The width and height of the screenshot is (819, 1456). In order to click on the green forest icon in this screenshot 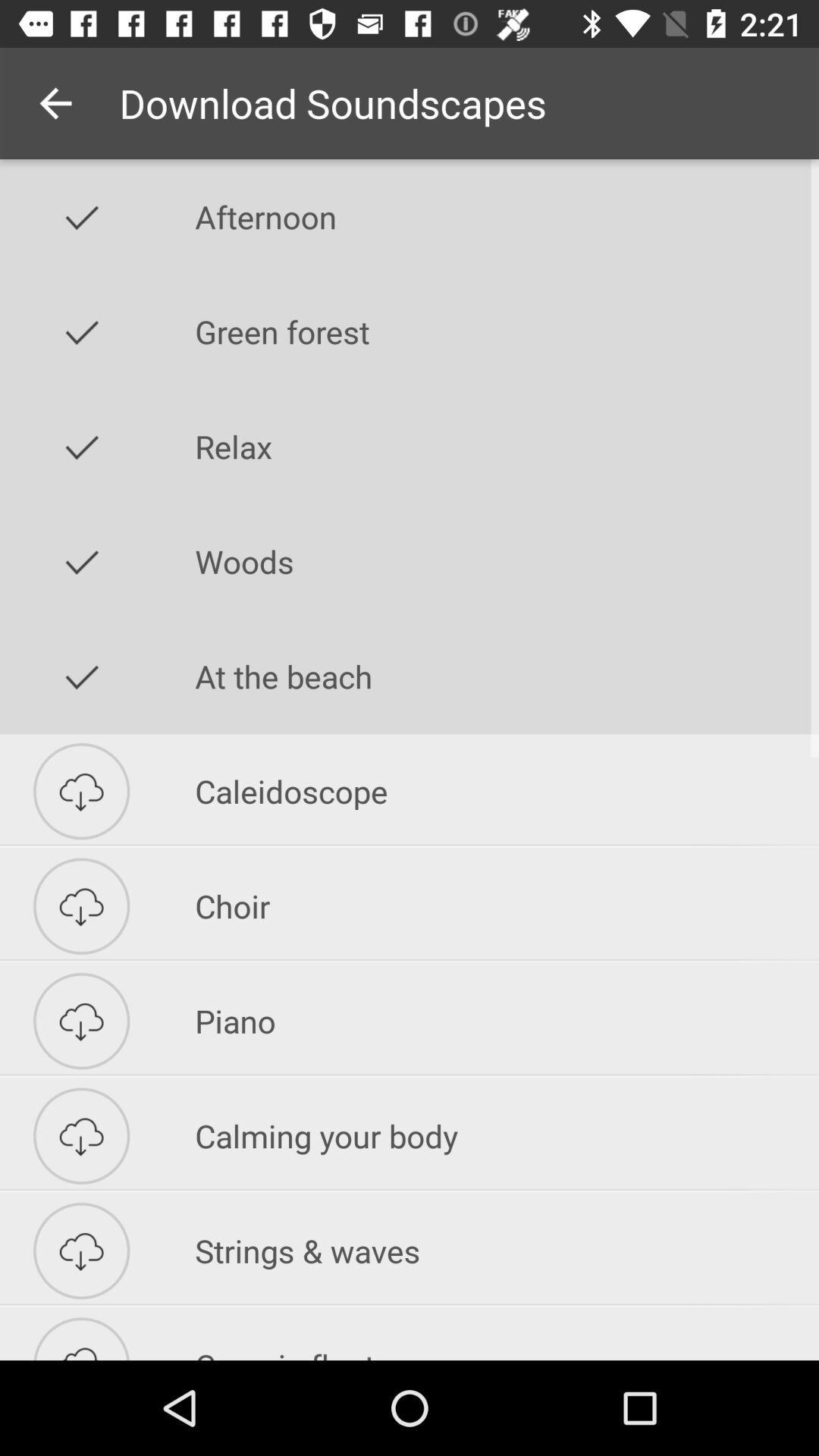, I will do `click(507, 331)`.